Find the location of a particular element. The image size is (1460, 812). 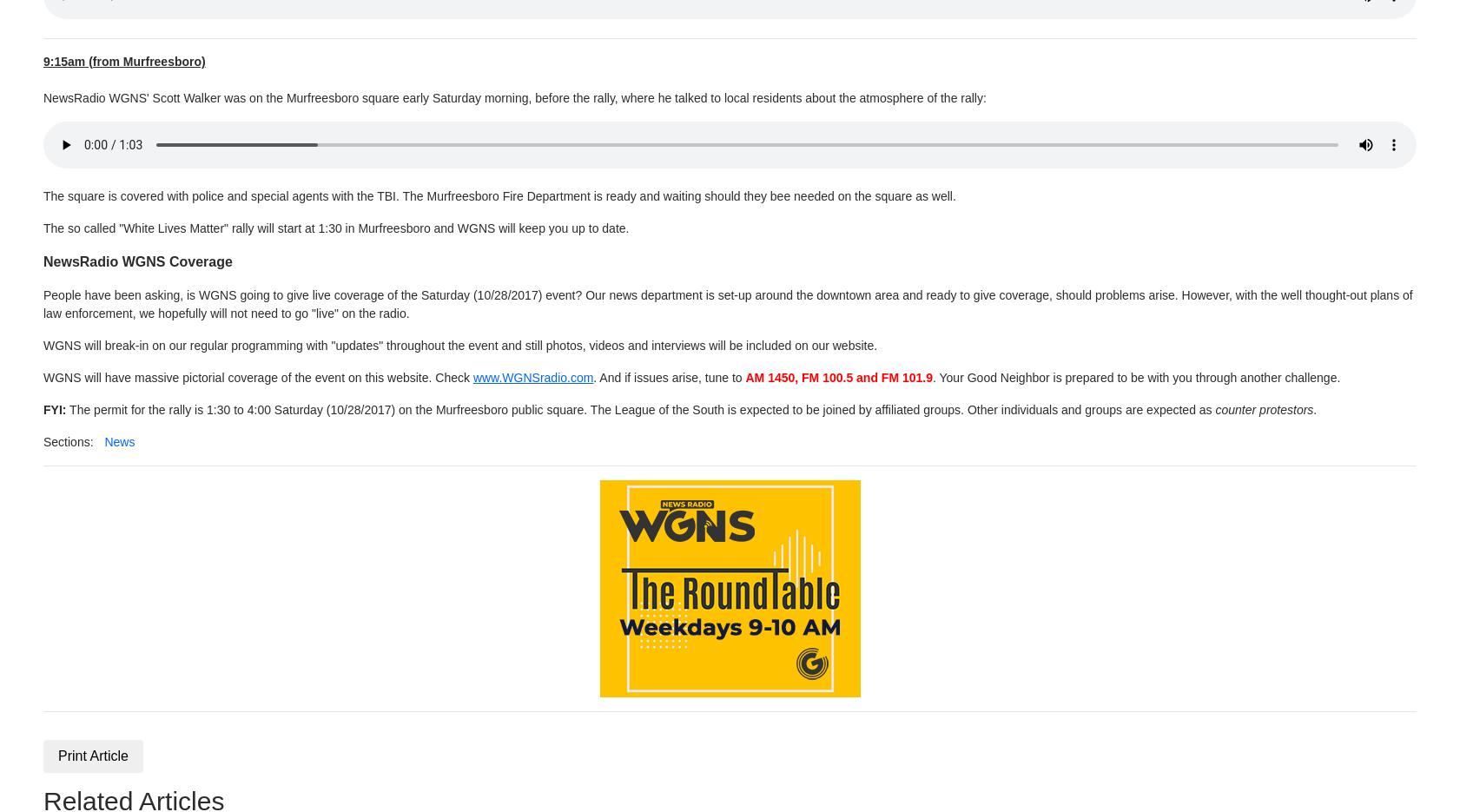

'The so called "White Lives Matter" rally will start at 1:30 in Murfreesboro and WGNS will keep you up to date.' is located at coordinates (334, 226).